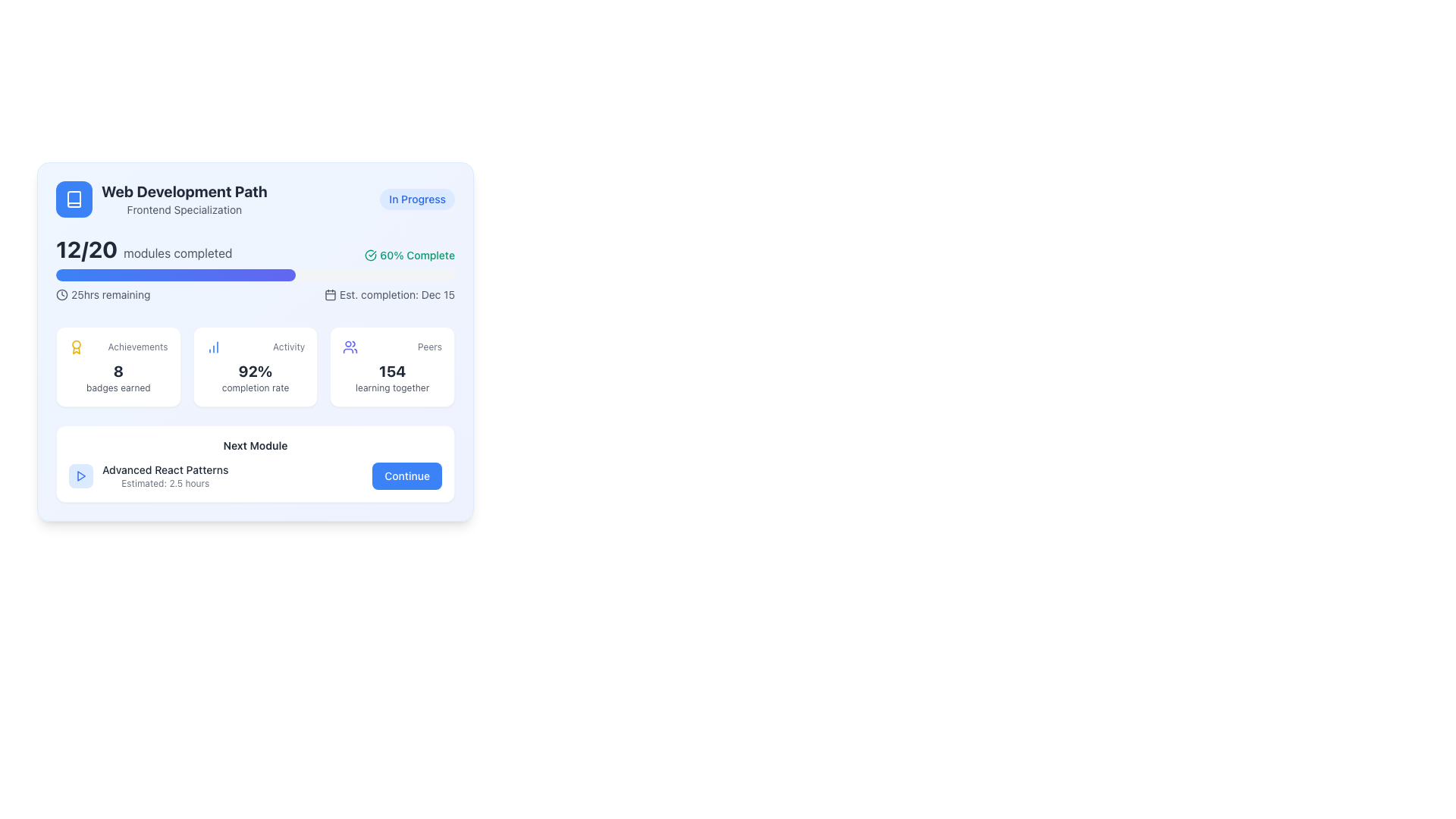 The image size is (1456, 819). Describe the element at coordinates (165, 475) in the screenshot. I see `the text label displaying 'Advanced React Patterns' and 'Estimated: 2.5 hours'` at that location.